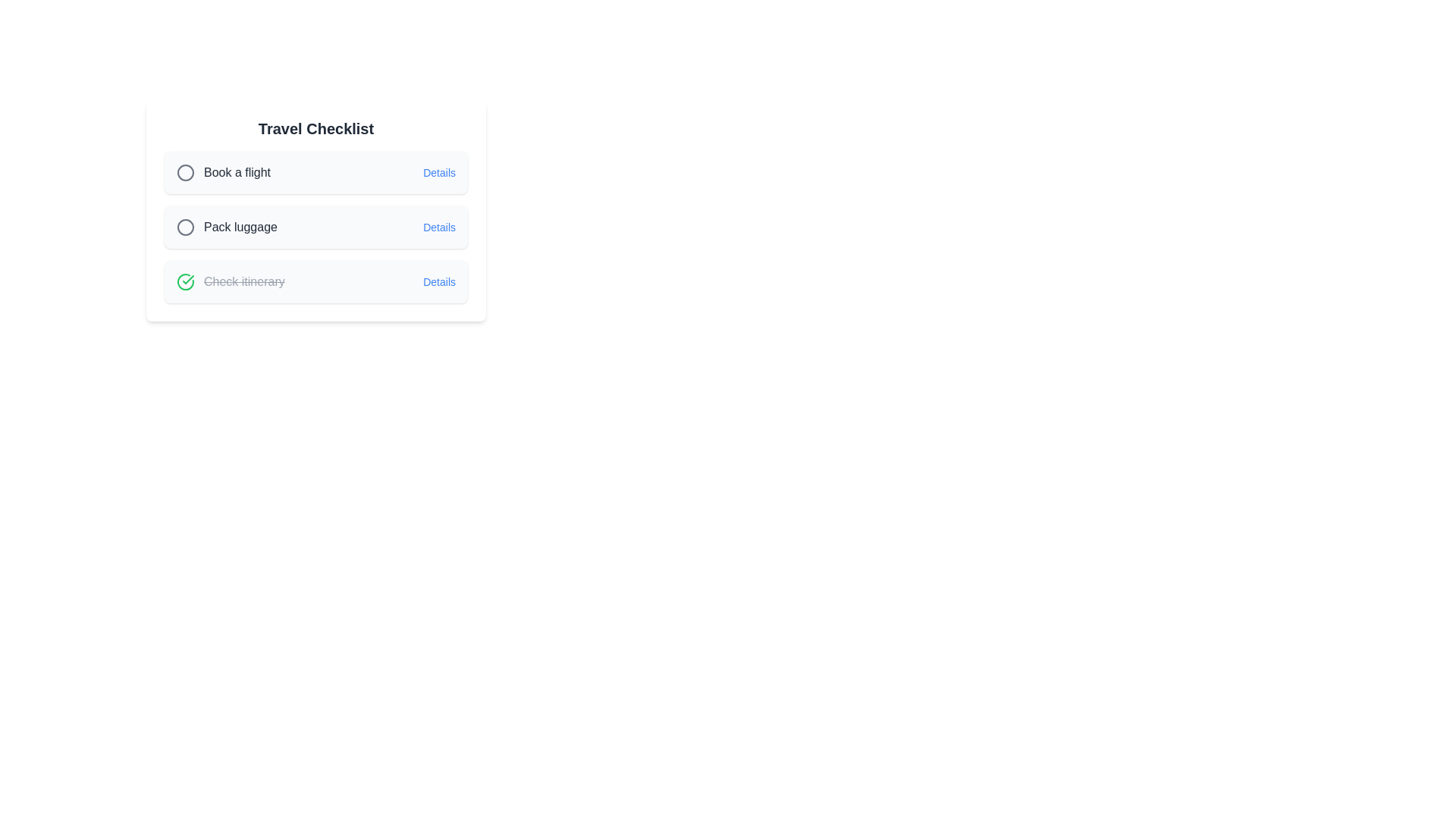 This screenshot has height=819, width=1456. I want to click on text label describing the checklist item 'Pack luggage', which is the second option in the 'Travel Checklist' layout, located below 'Book a flight' and above 'Check itinerary', so click(240, 227).